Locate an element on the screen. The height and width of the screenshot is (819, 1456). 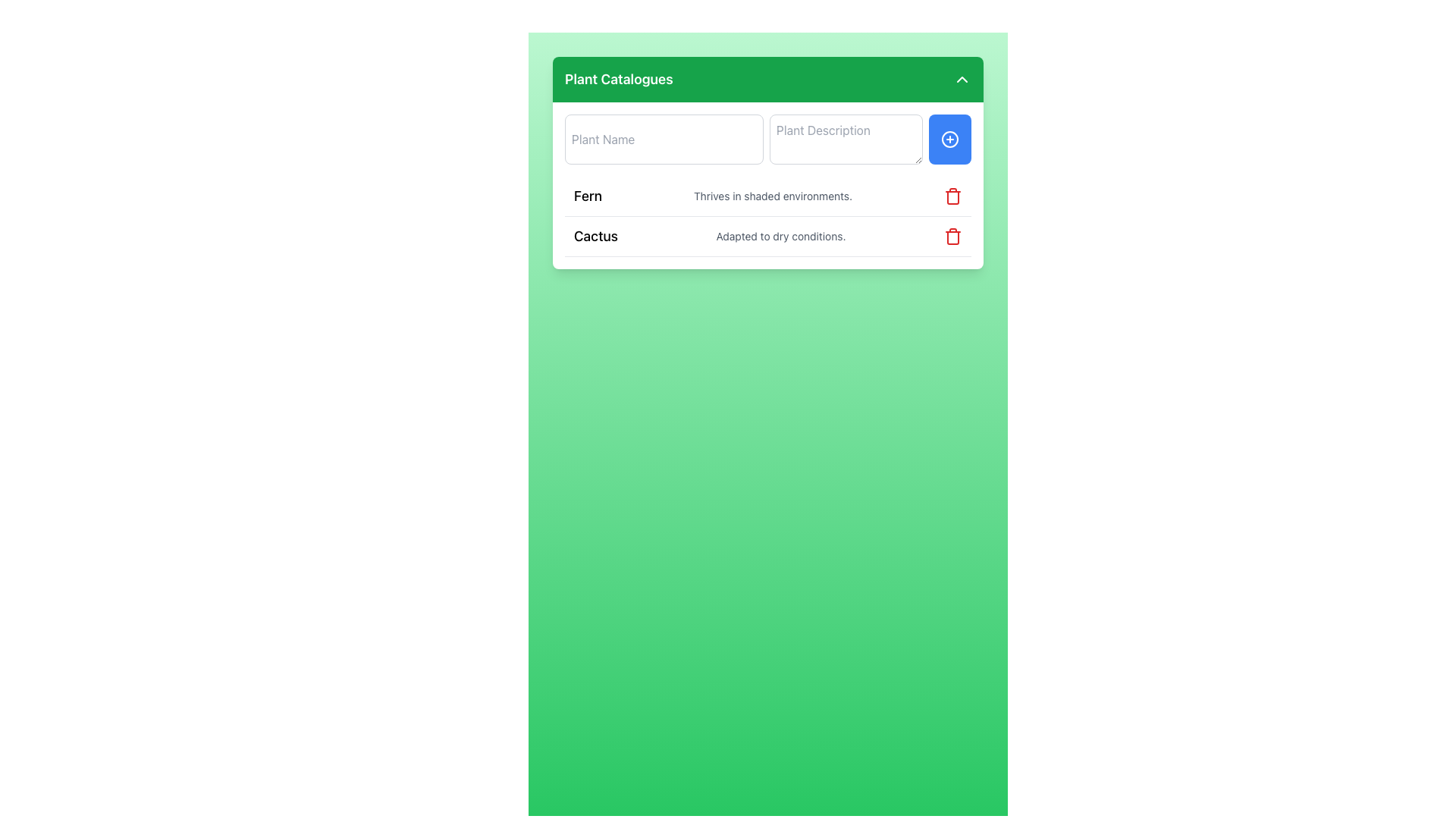
the circular outline of the '+' icon located in the top-right corner of the user input area to interact with it is located at coordinates (949, 140).